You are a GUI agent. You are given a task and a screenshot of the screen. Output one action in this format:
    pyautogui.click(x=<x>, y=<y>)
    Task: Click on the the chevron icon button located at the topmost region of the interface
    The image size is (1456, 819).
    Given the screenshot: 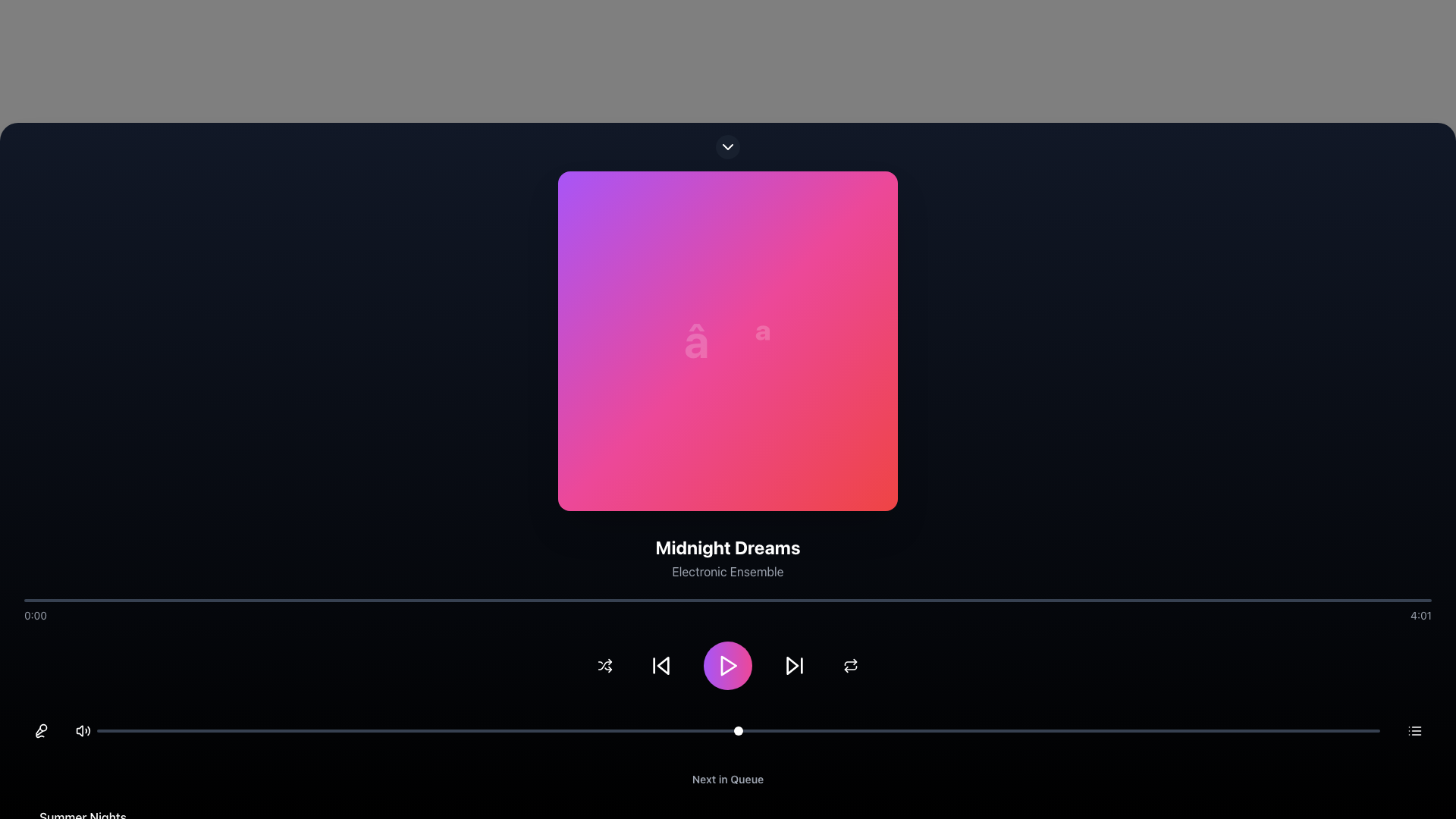 What is the action you would take?
    pyautogui.click(x=728, y=146)
    